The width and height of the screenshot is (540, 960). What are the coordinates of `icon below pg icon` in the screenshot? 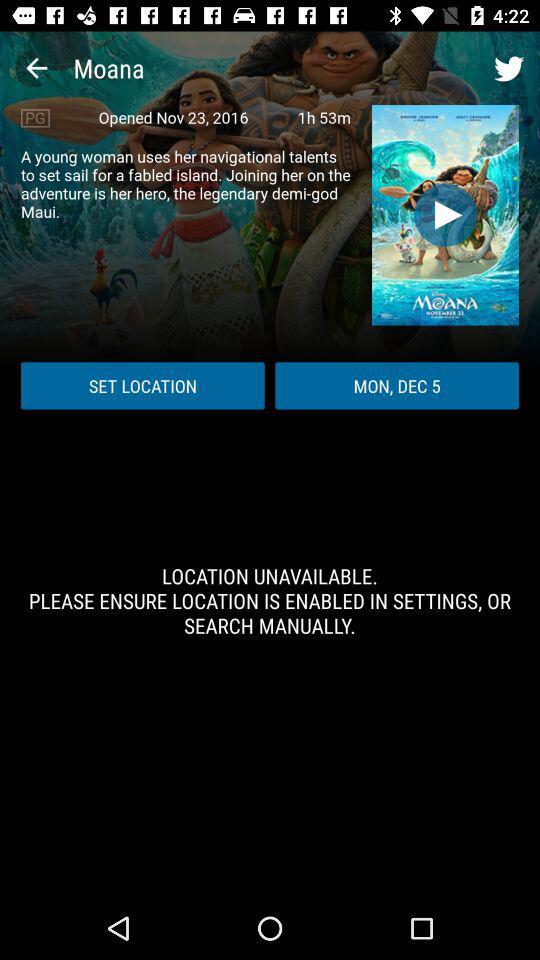 It's located at (185, 184).